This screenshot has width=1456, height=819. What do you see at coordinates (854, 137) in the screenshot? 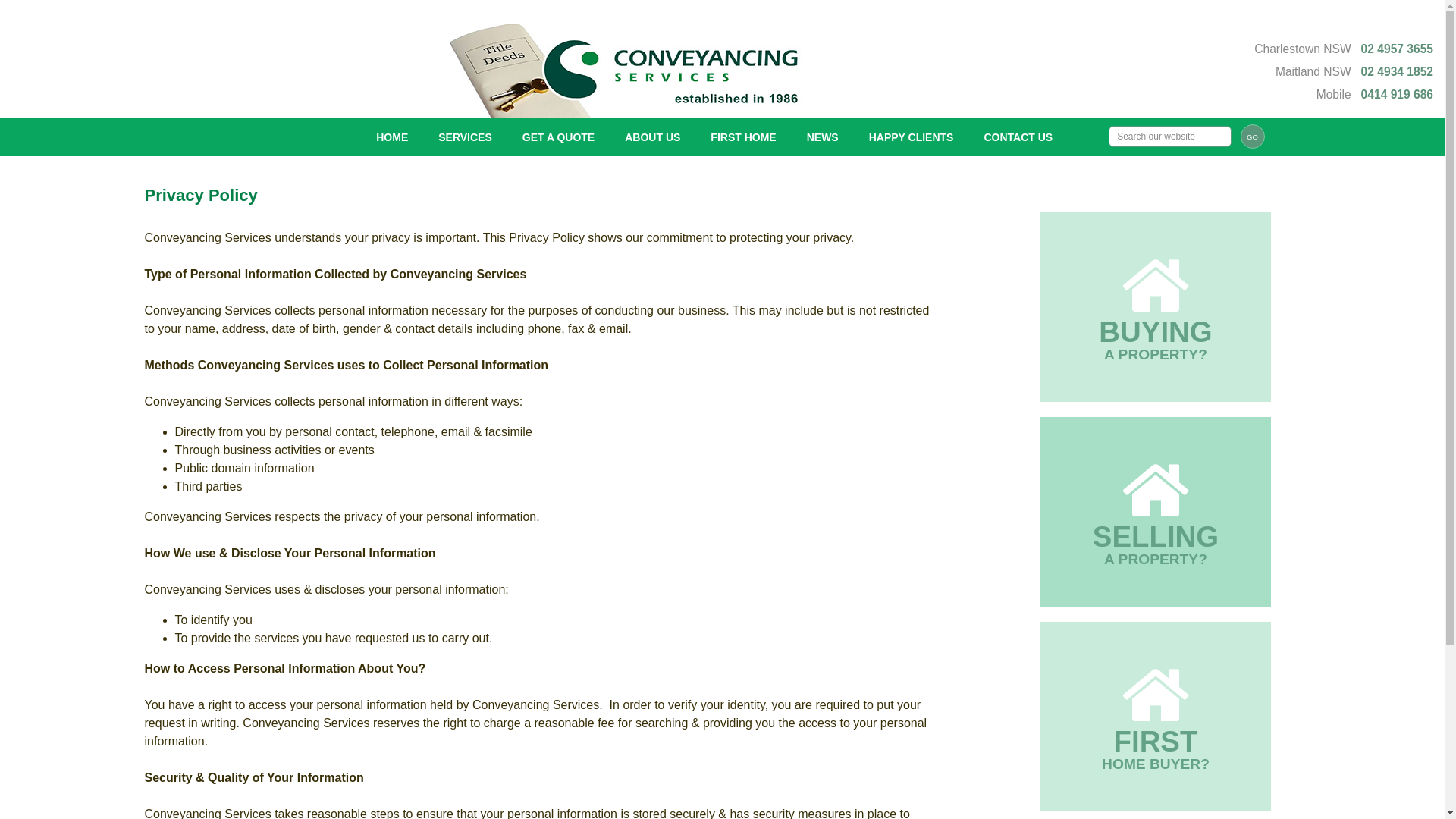
I see `'HAPPY CLIENTS'` at bounding box center [854, 137].